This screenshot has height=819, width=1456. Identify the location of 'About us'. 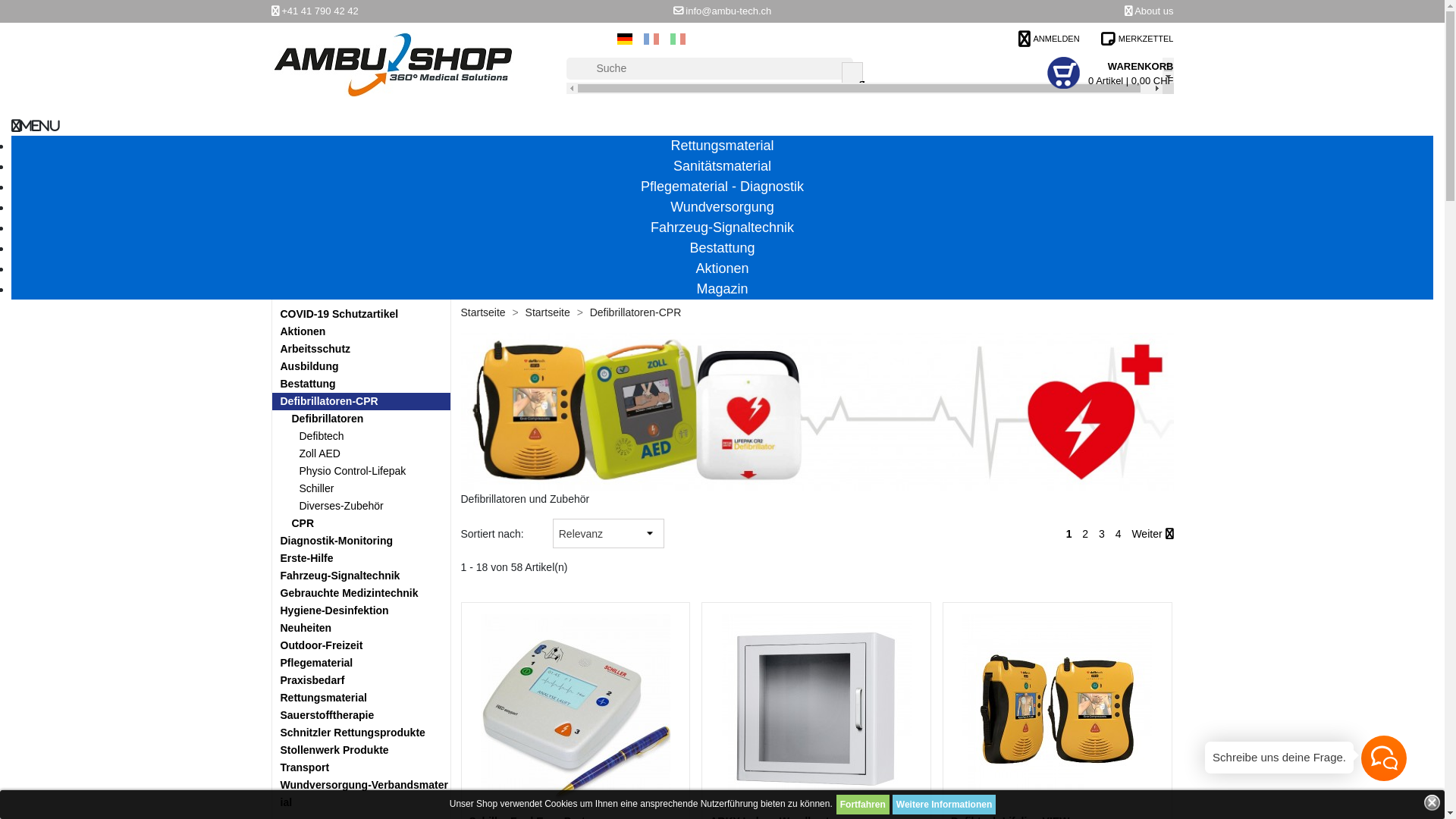
(1134, 11).